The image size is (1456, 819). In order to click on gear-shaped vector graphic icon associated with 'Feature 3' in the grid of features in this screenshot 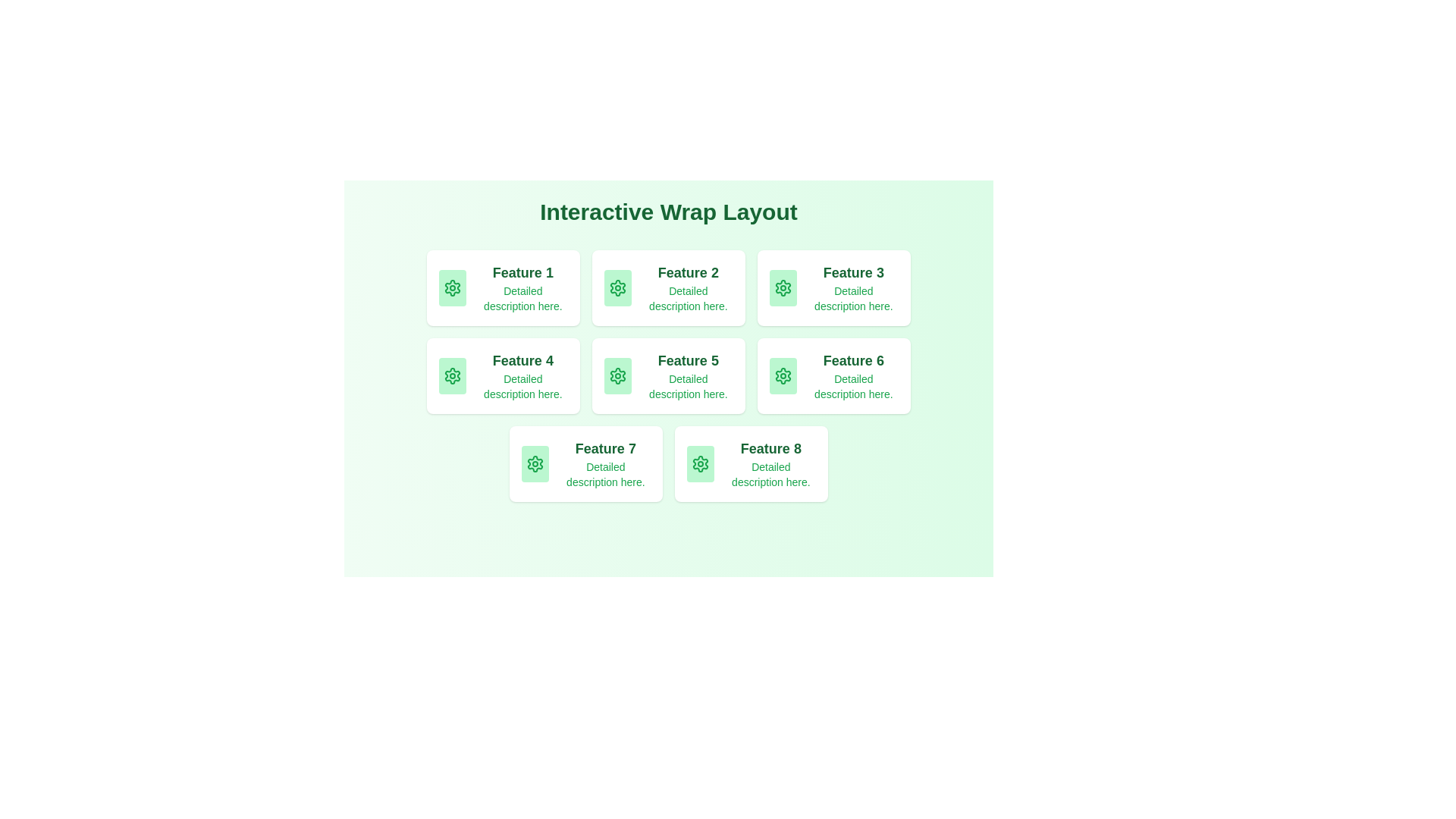, I will do `click(783, 288)`.